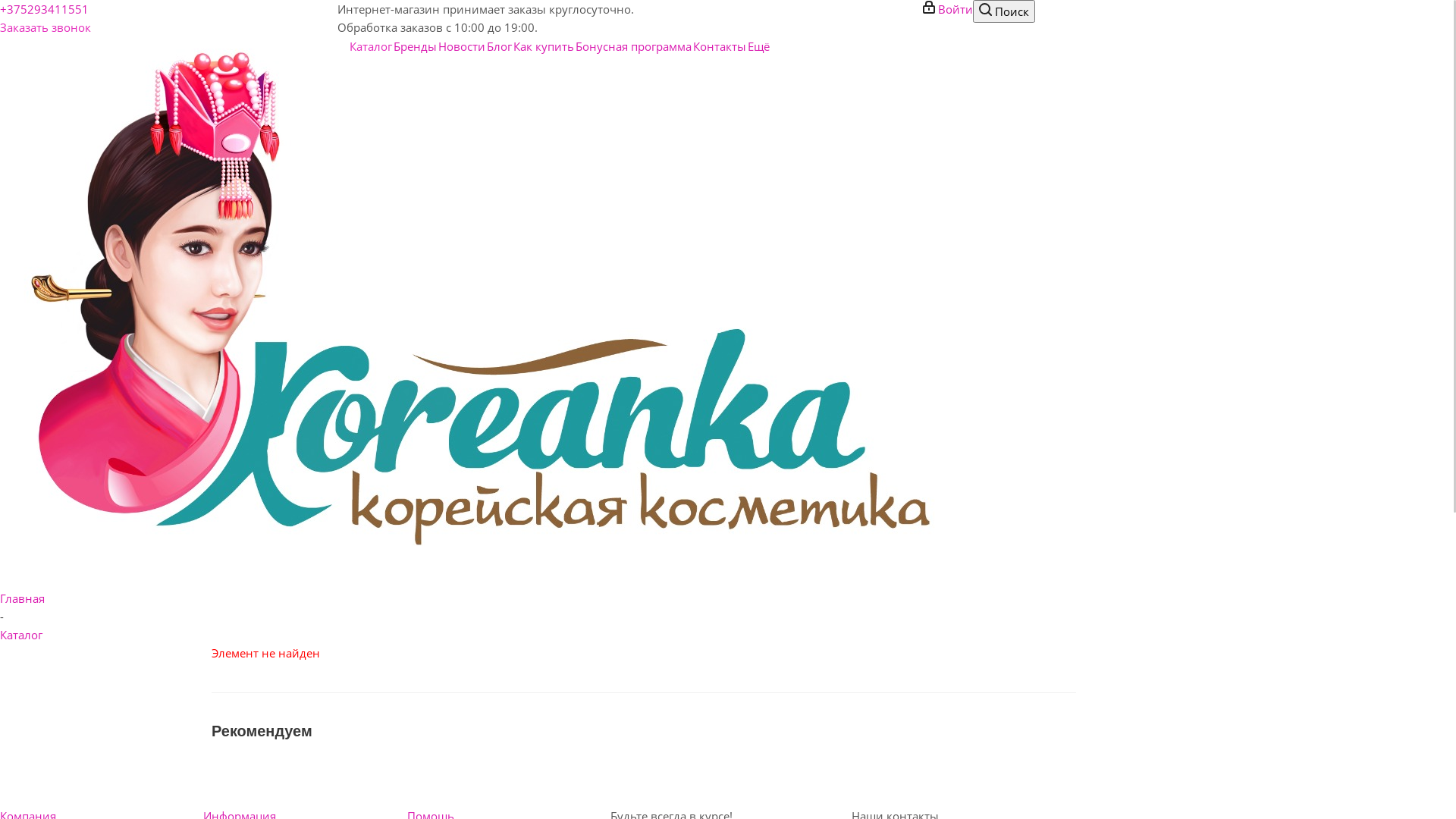  Describe the element at coordinates (0, 8) in the screenshot. I see `'+375293411551'` at that location.